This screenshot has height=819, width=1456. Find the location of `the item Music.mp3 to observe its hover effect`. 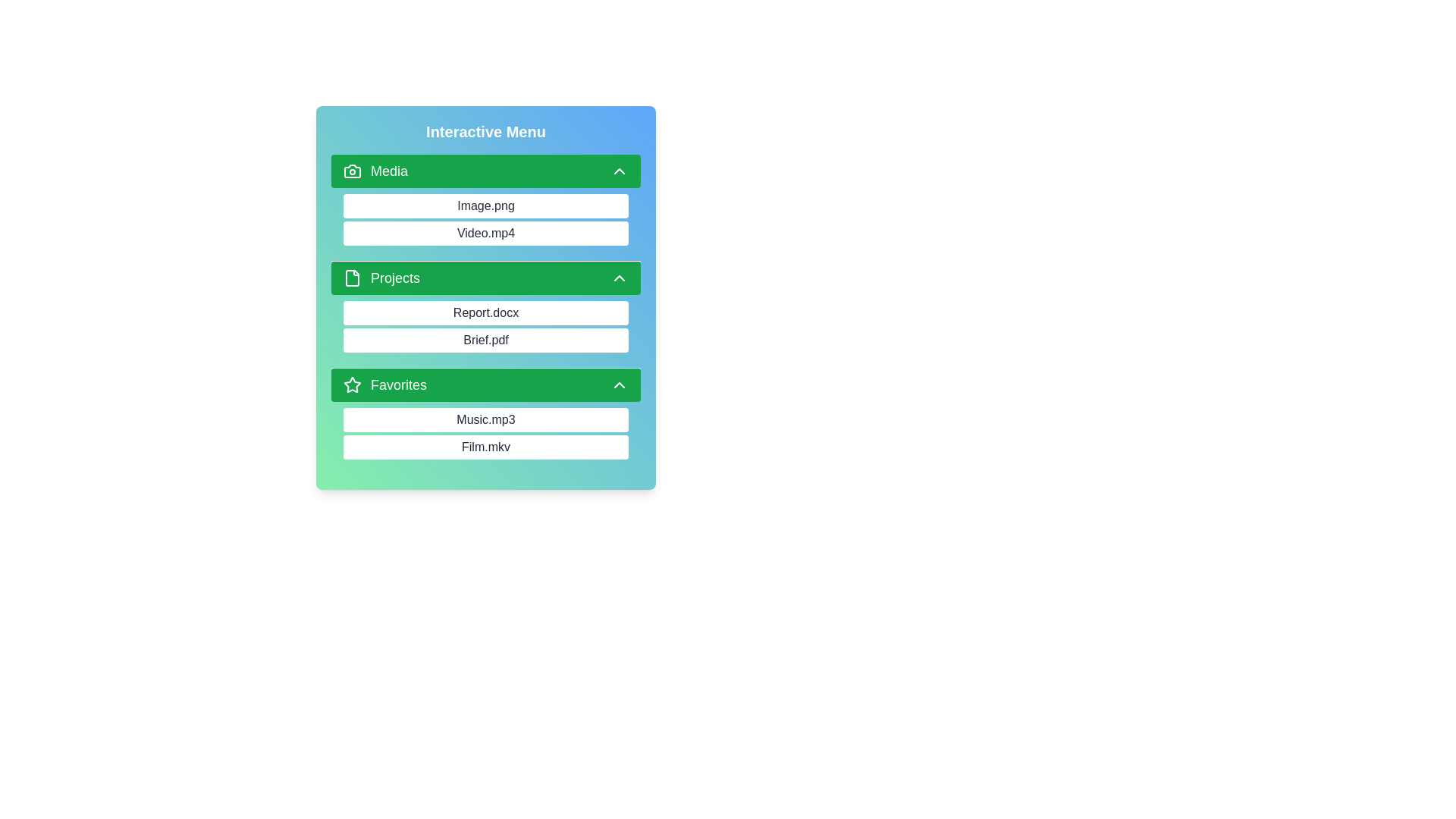

the item Music.mp3 to observe its hover effect is located at coordinates (486, 420).